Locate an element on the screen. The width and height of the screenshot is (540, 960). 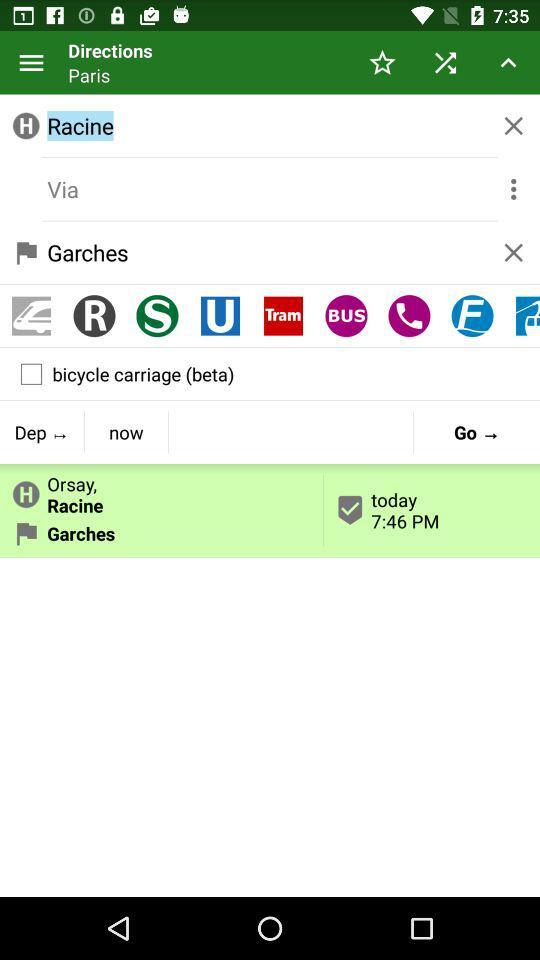
the label icon is located at coordinates (30, 338).